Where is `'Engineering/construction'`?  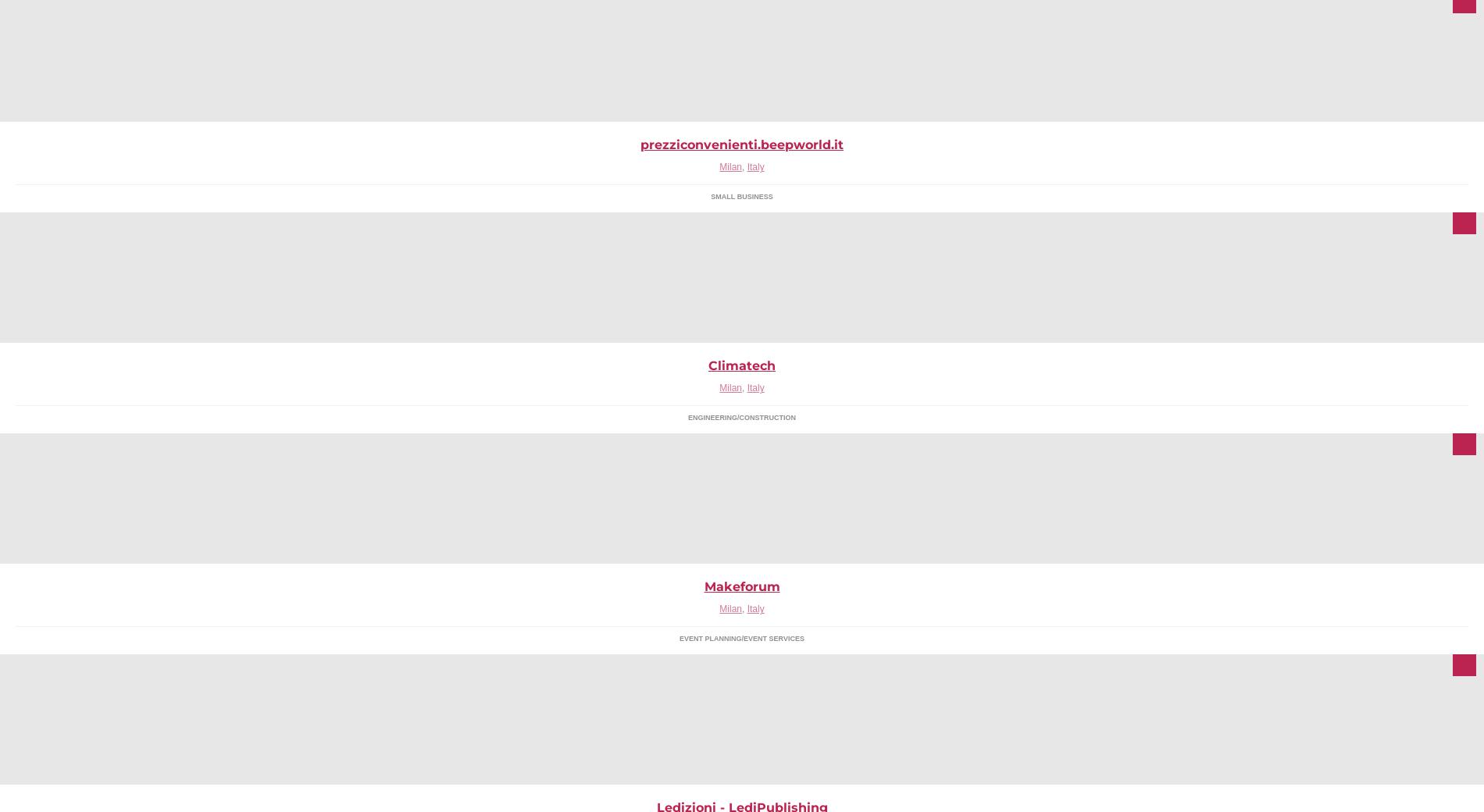 'Engineering/construction' is located at coordinates (740, 416).